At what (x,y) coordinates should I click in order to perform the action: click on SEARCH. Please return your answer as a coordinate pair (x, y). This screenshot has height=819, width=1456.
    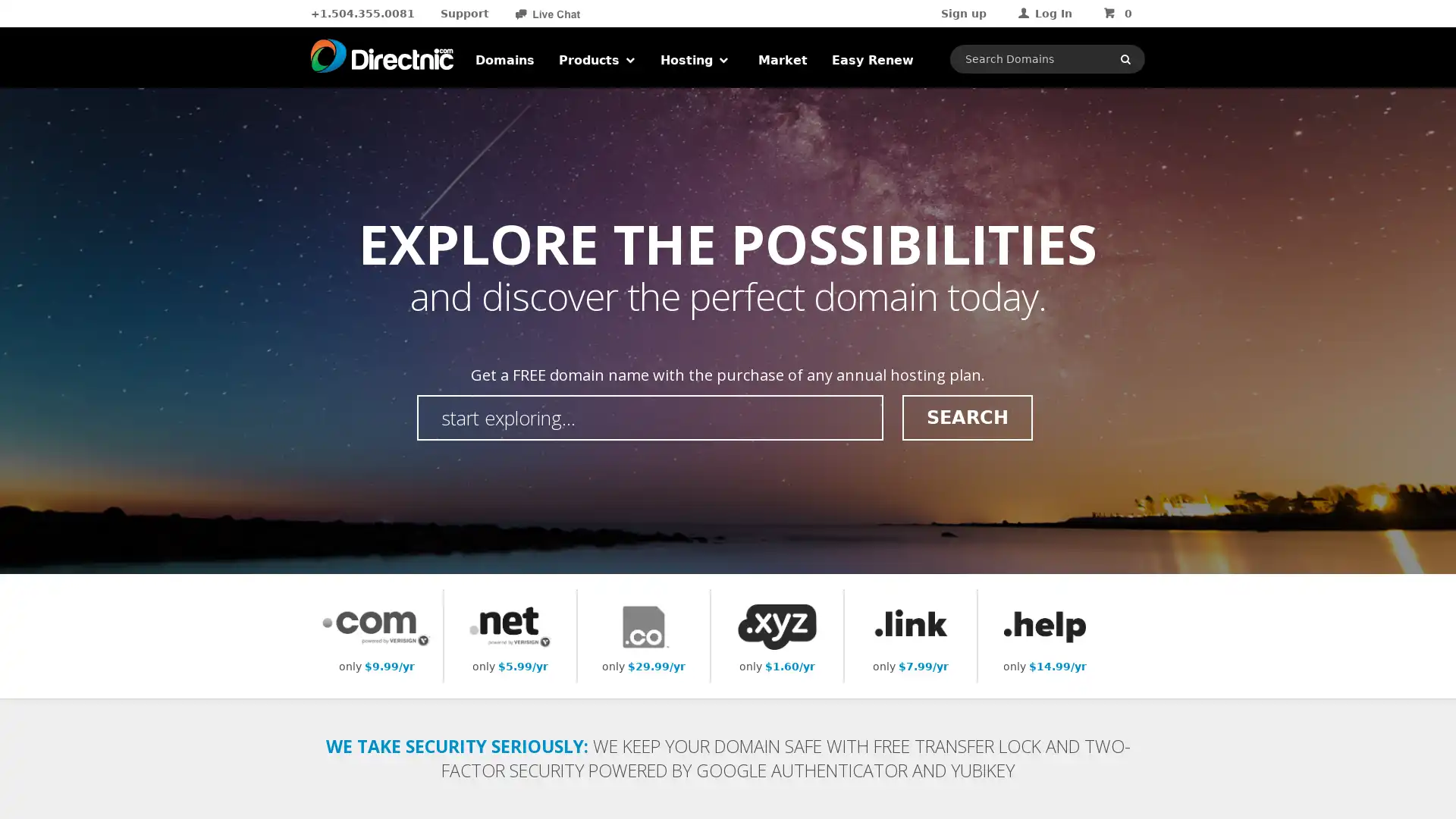
    Looking at the image, I should click on (966, 417).